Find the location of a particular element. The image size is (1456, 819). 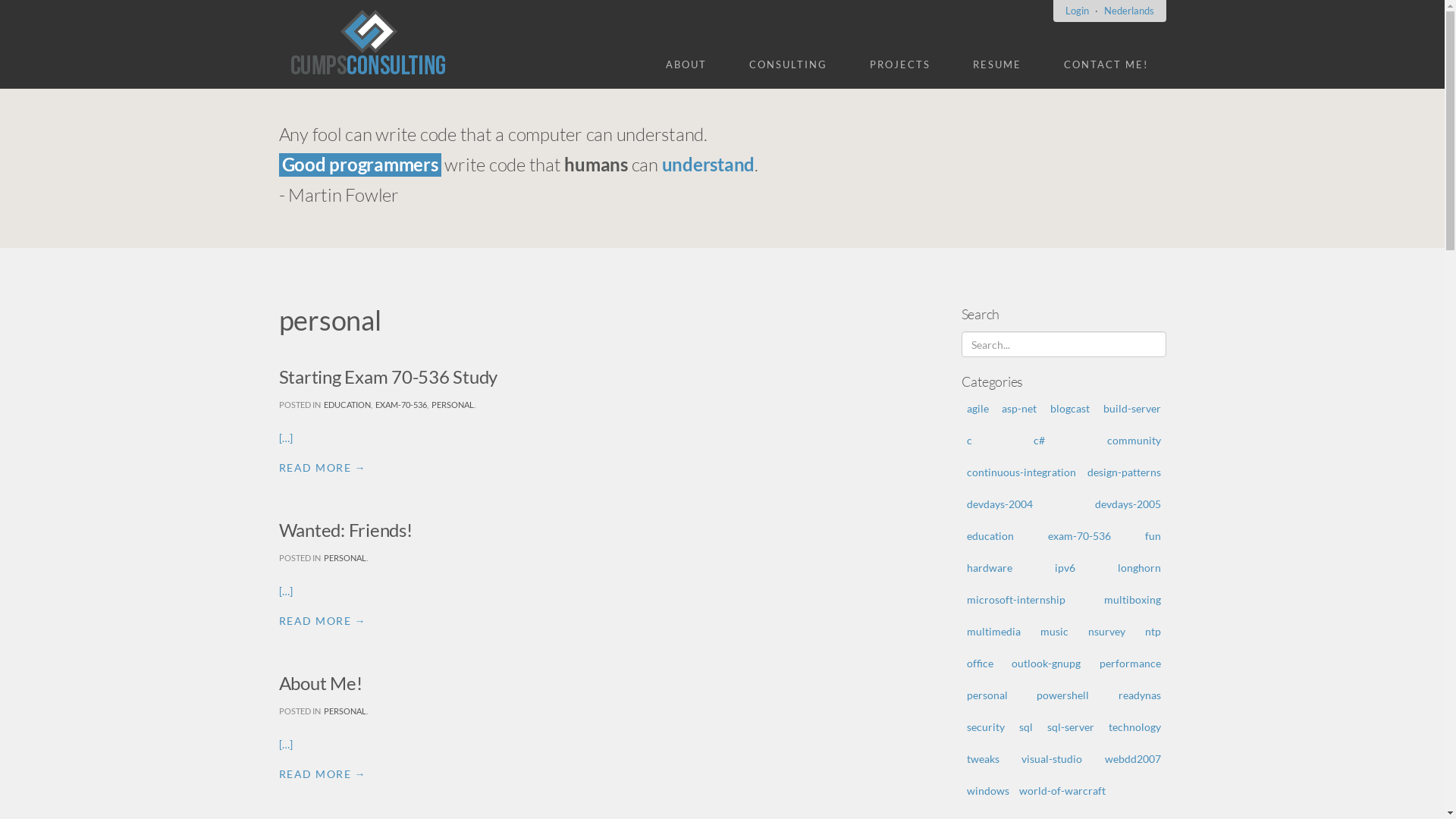

'world-of-warcraft' is located at coordinates (1062, 789).